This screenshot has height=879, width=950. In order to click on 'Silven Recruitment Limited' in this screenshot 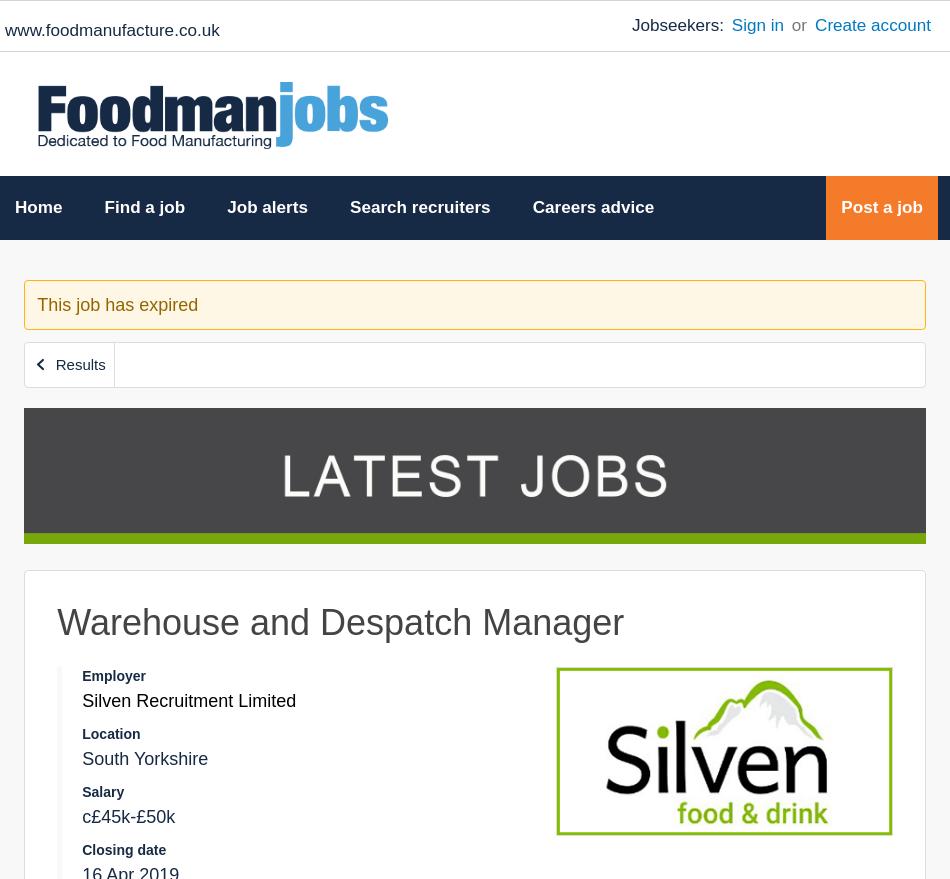, I will do `click(188, 700)`.